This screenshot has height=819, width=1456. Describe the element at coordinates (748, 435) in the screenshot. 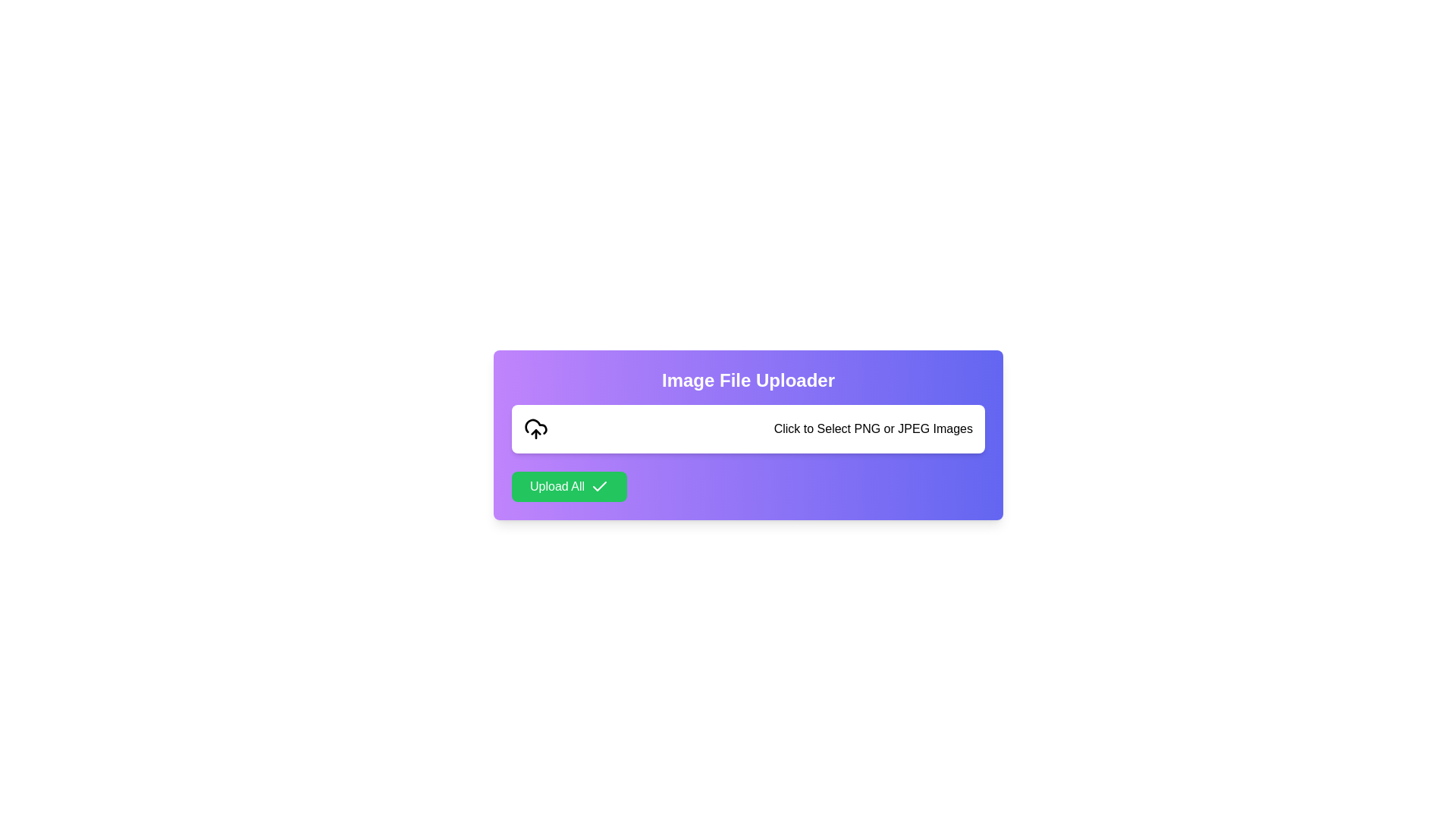

I see `files into the selectable area of the 'Image File Uploader' section, which is a large, horizontally rectangular section with a gradient background and white text at the top` at that location.